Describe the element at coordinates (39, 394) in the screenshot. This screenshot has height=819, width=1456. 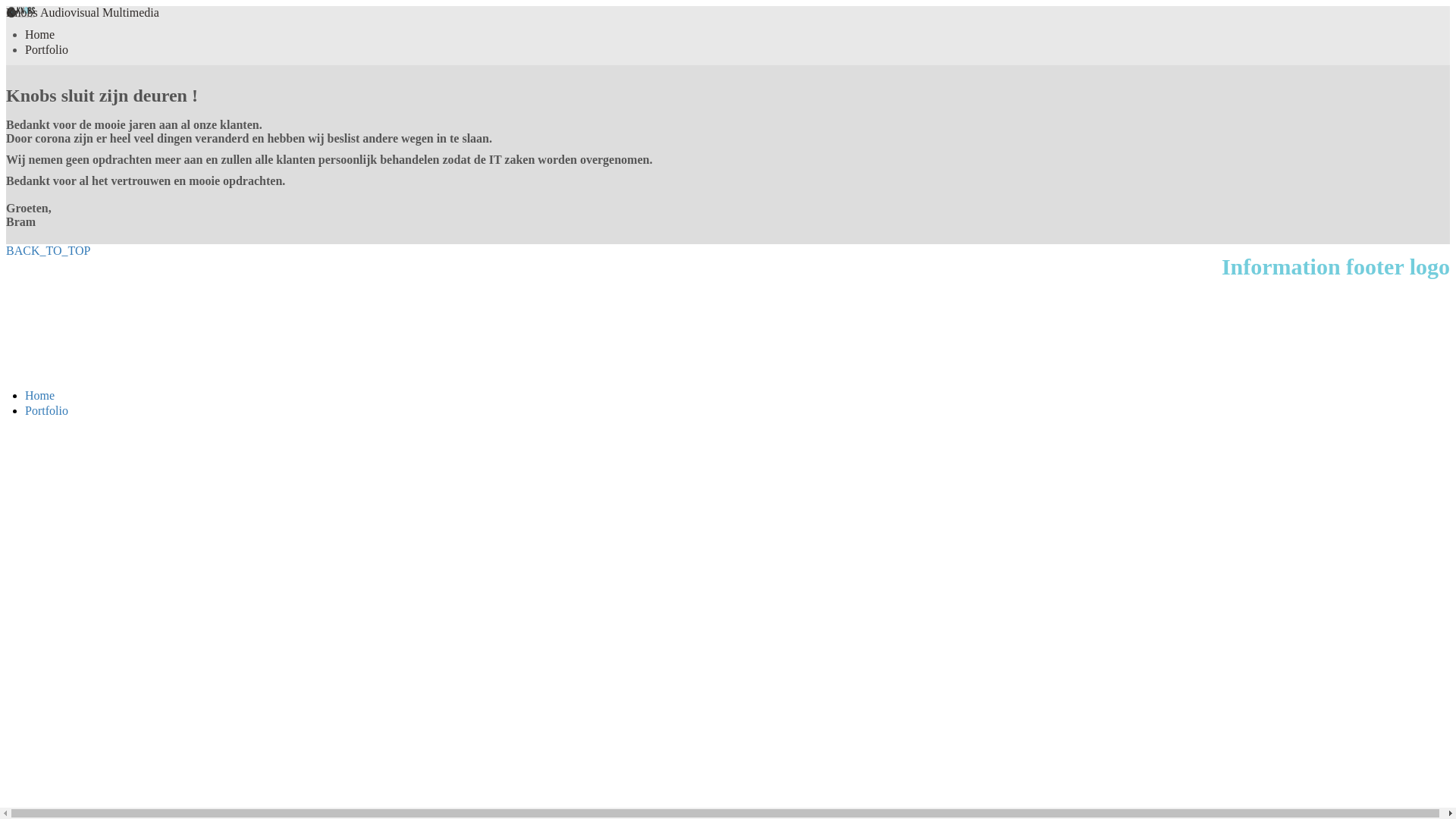
I see `'Home'` at that location.